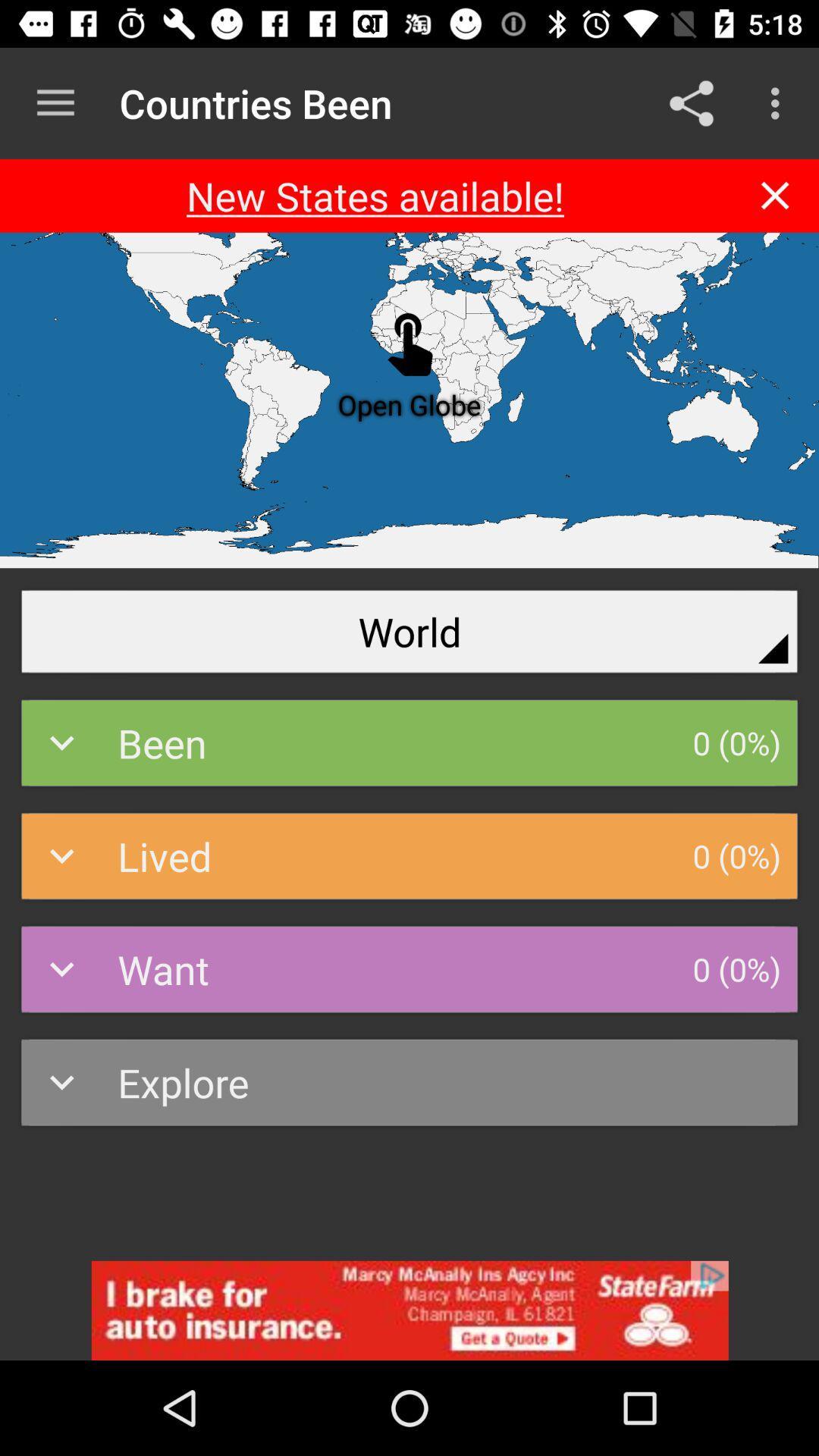 The height and width of the screenshot is (1456, 819). Describe the element at coordinates (775, 195) in the screenshot. I see `closeing the file` at that location.